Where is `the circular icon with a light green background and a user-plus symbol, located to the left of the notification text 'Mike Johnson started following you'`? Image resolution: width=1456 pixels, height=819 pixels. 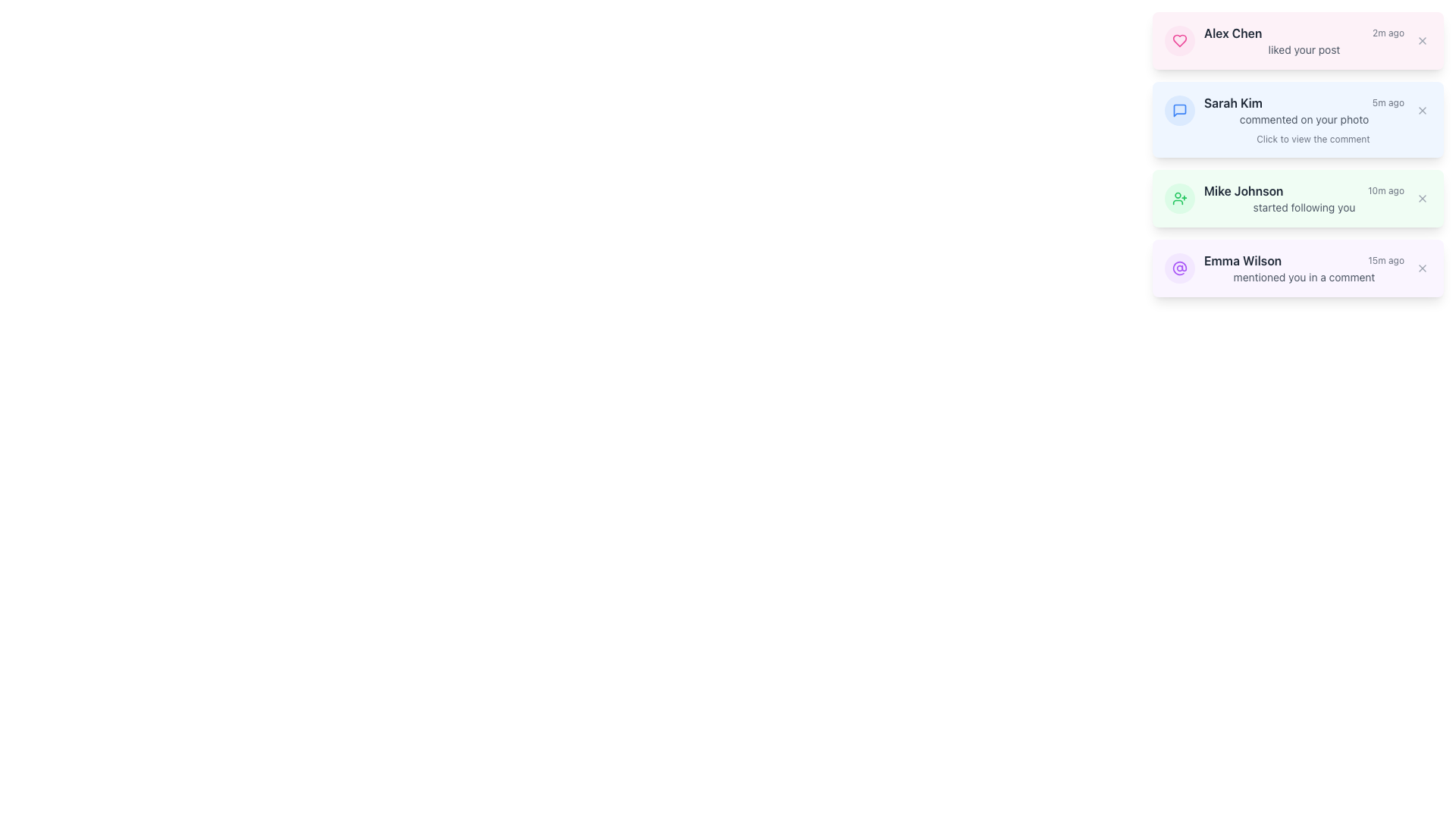 the circular icon with a light green background and a user-plus symbol, located to the left of the notification text 'Mike Johnson started following you' is located at coordinates (1178, 198).